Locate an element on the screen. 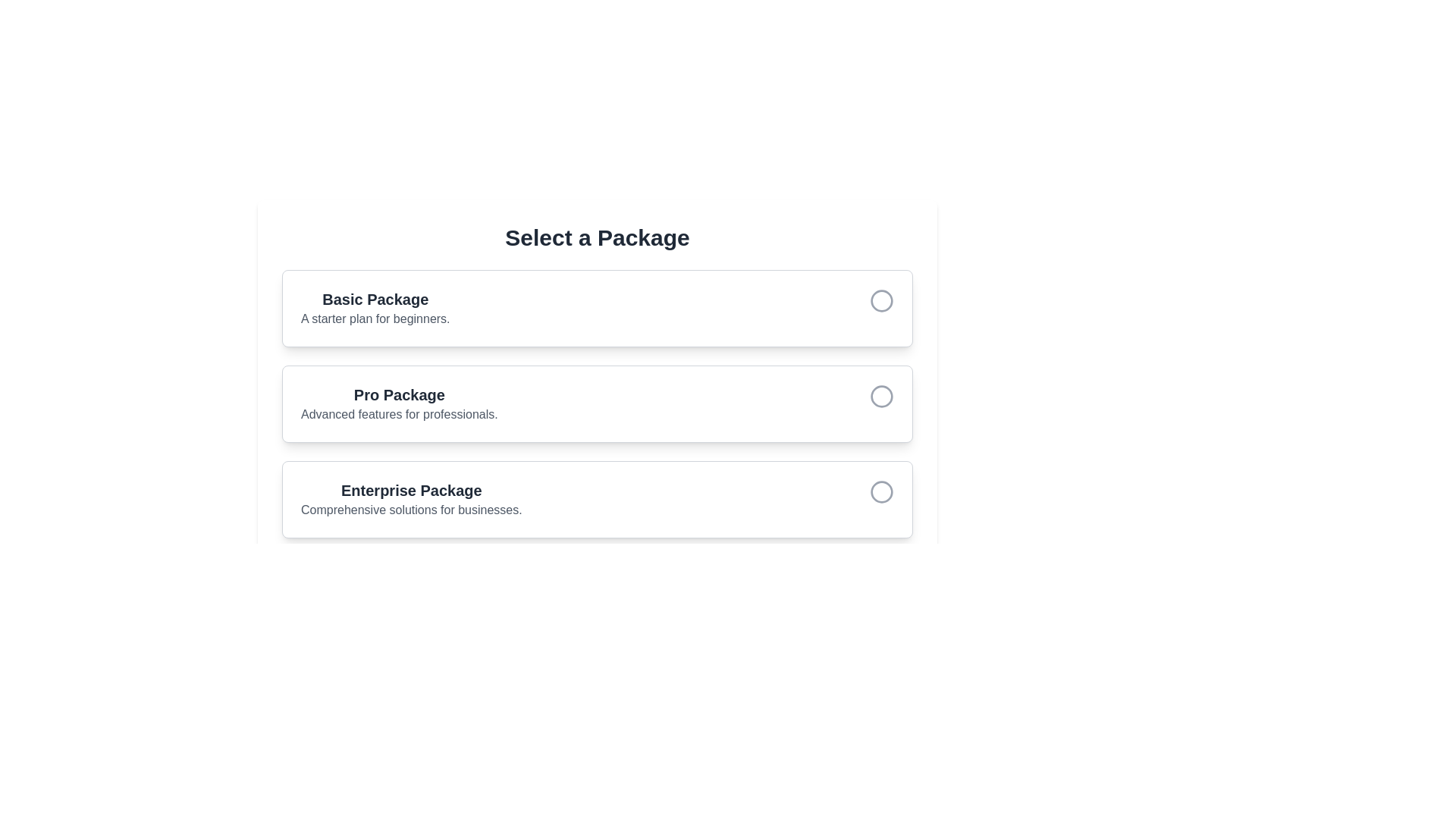 This screenshot has width=1456, height=819. the radio button indicator located at the top-right of the 'Basic Package' selection box is located at coordinates (881, 301).